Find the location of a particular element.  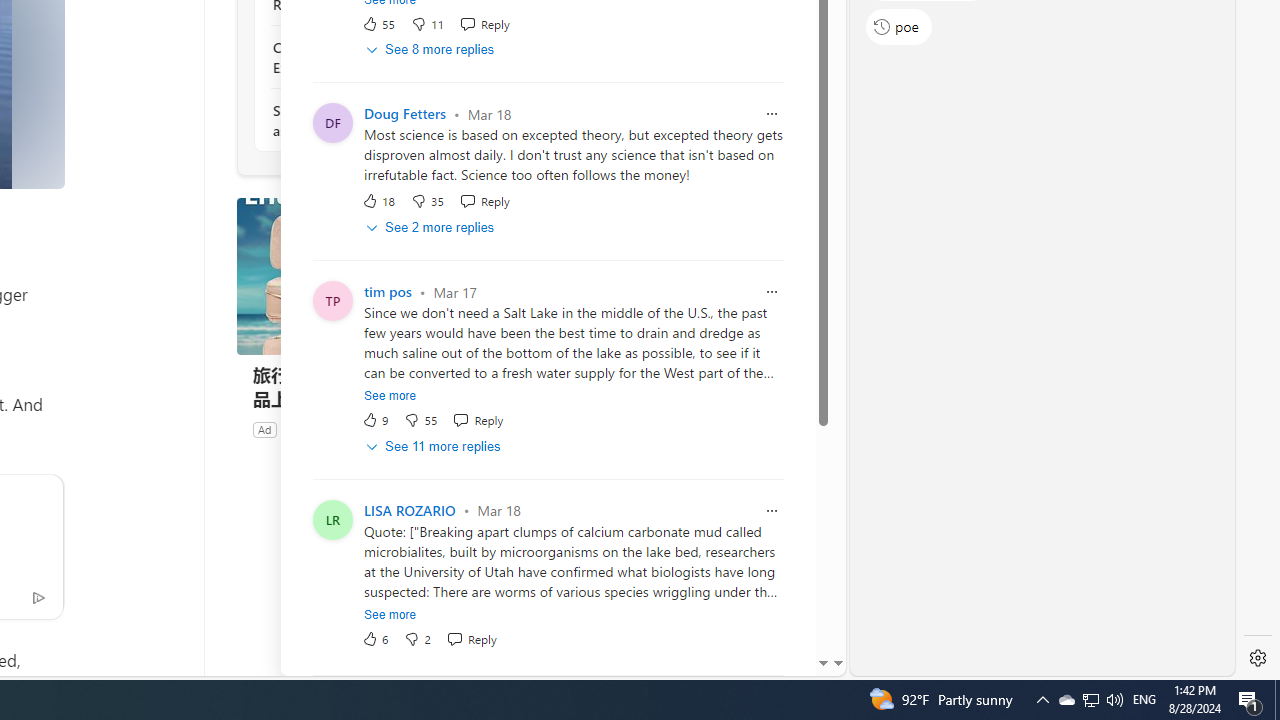

'55 Like' is located at coordinates (378, 23).